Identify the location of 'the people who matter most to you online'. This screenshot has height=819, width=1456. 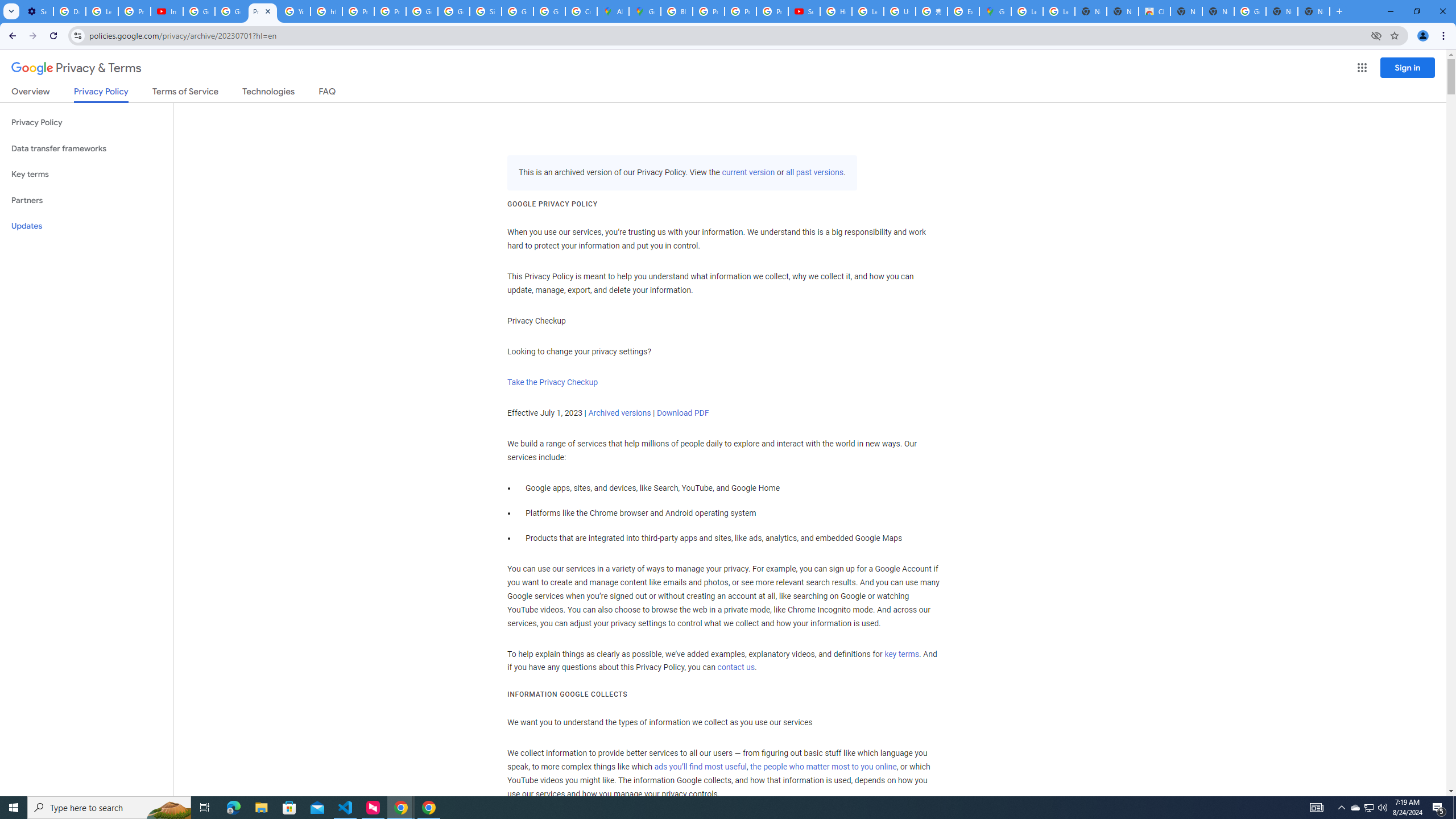
(823, 766).